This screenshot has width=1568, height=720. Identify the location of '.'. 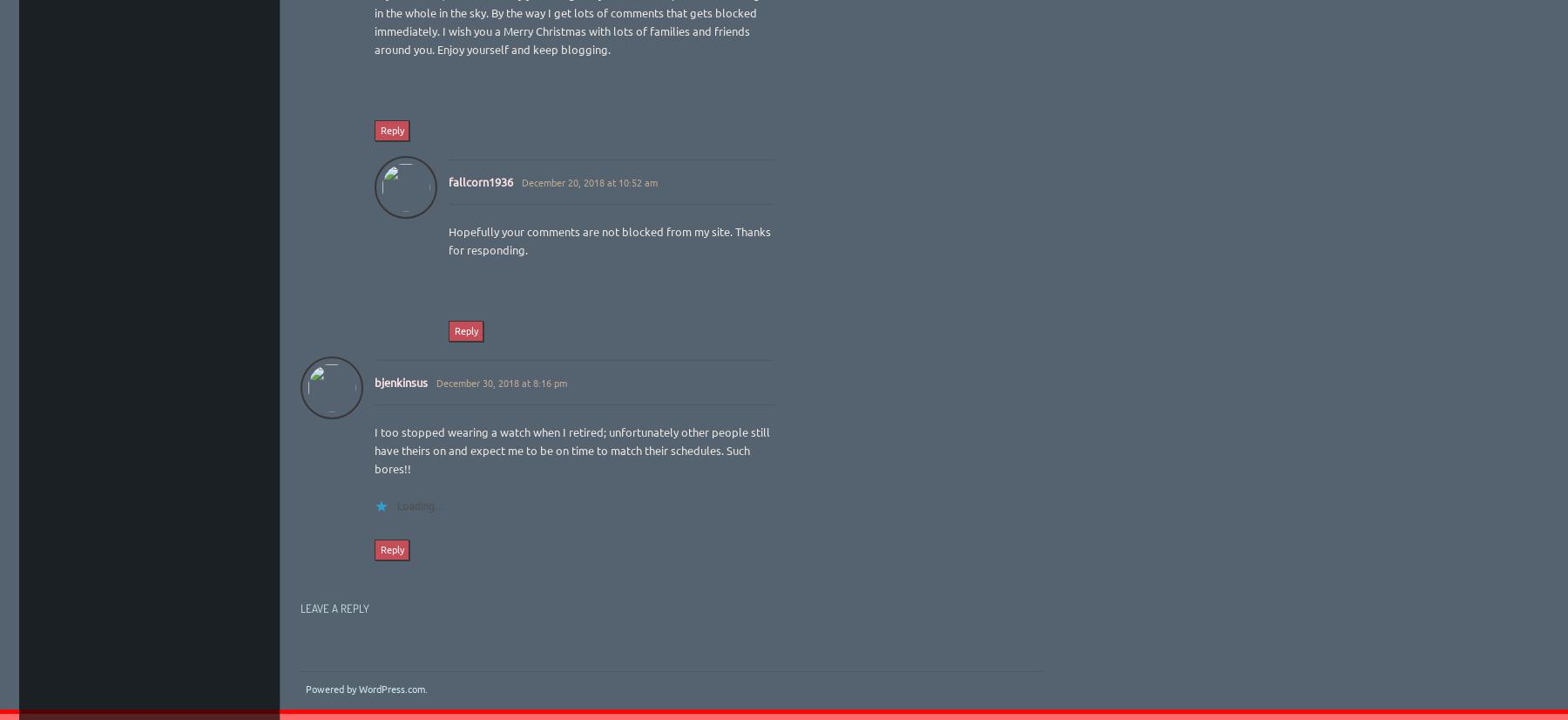
(424, 688).